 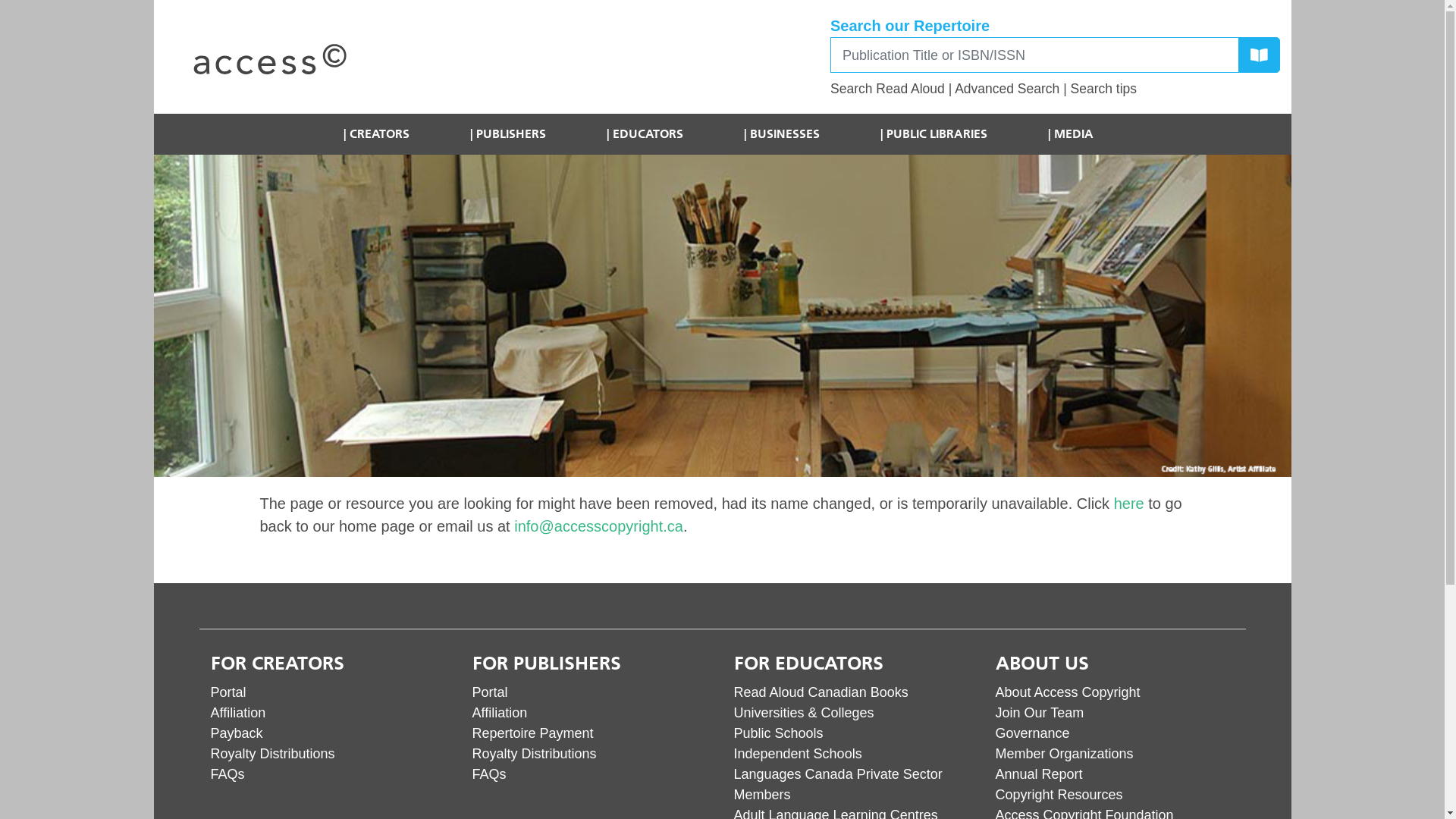 I want to click on 'BUSINESSES', so click(x=782, y=133).